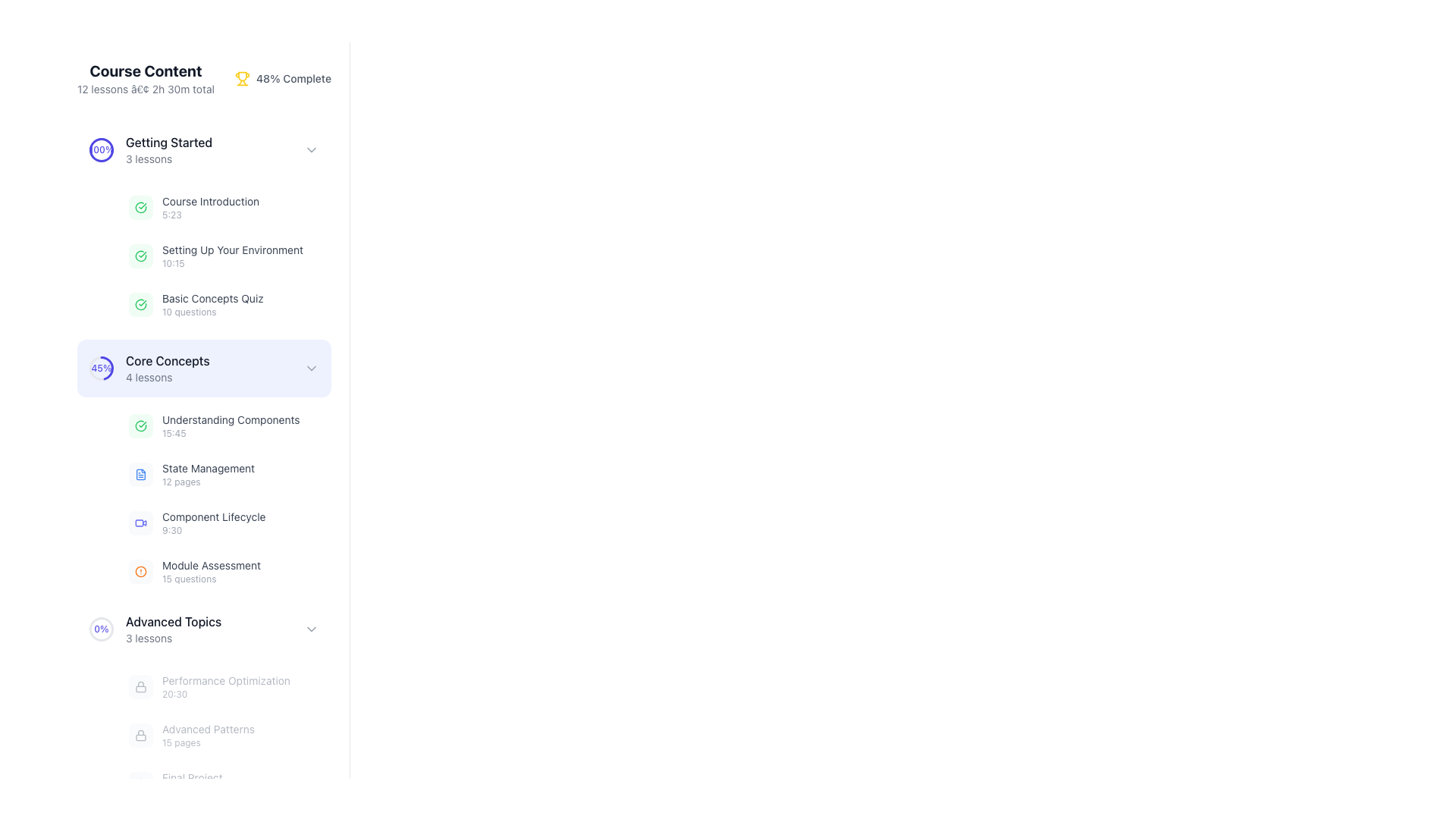 This screenshot has width=1456, height=819. I want to click on the 'Advanced Topics' text label, which is styled in dark gray and serves as a section title in the vertical list format, so click(174, 622).